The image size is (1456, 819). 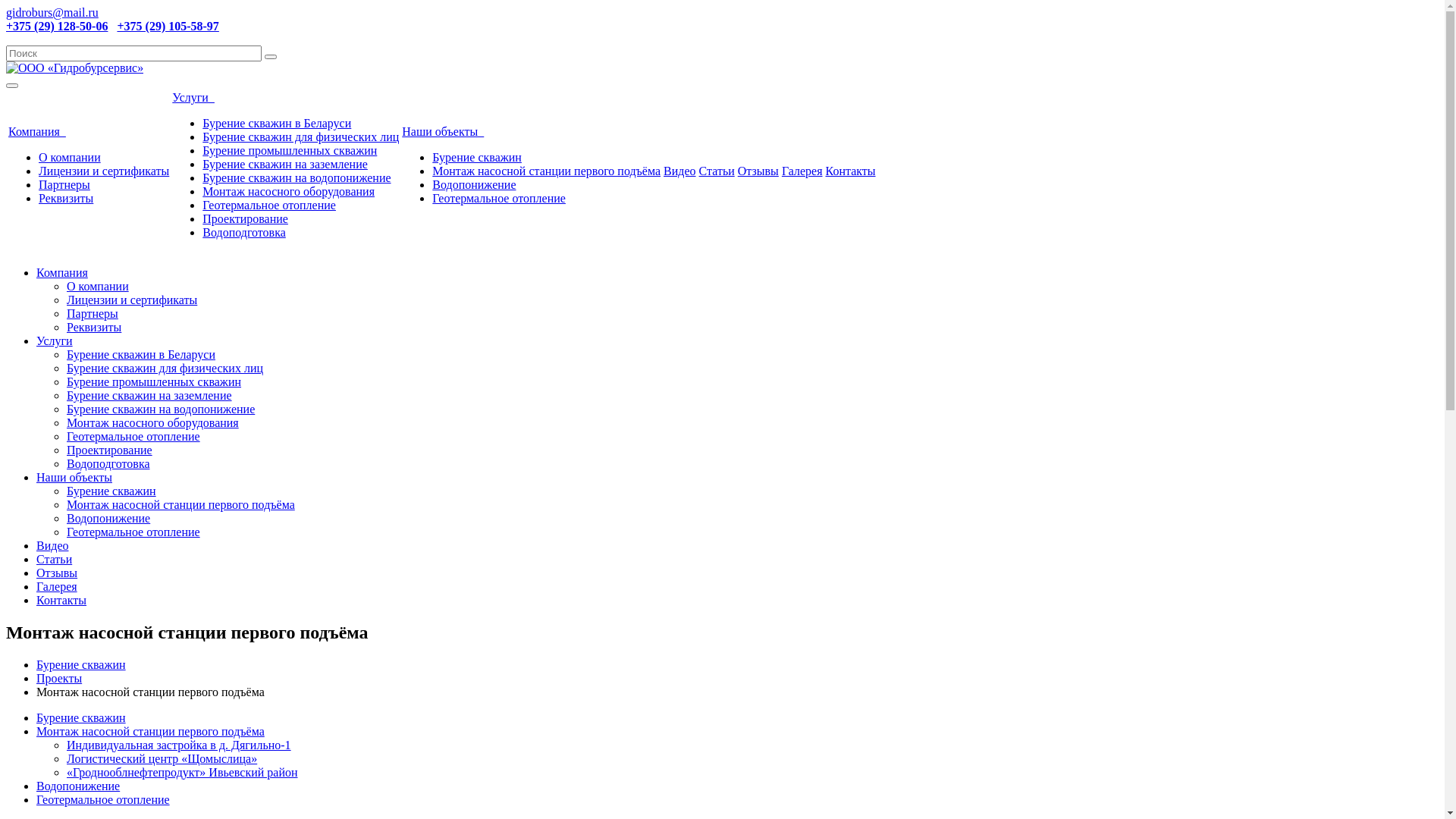 What do you see at coordinates (115, 26) in the screenshot?
I see `'+375 (29) 105-58-97'` at bounding box center [115, 26].